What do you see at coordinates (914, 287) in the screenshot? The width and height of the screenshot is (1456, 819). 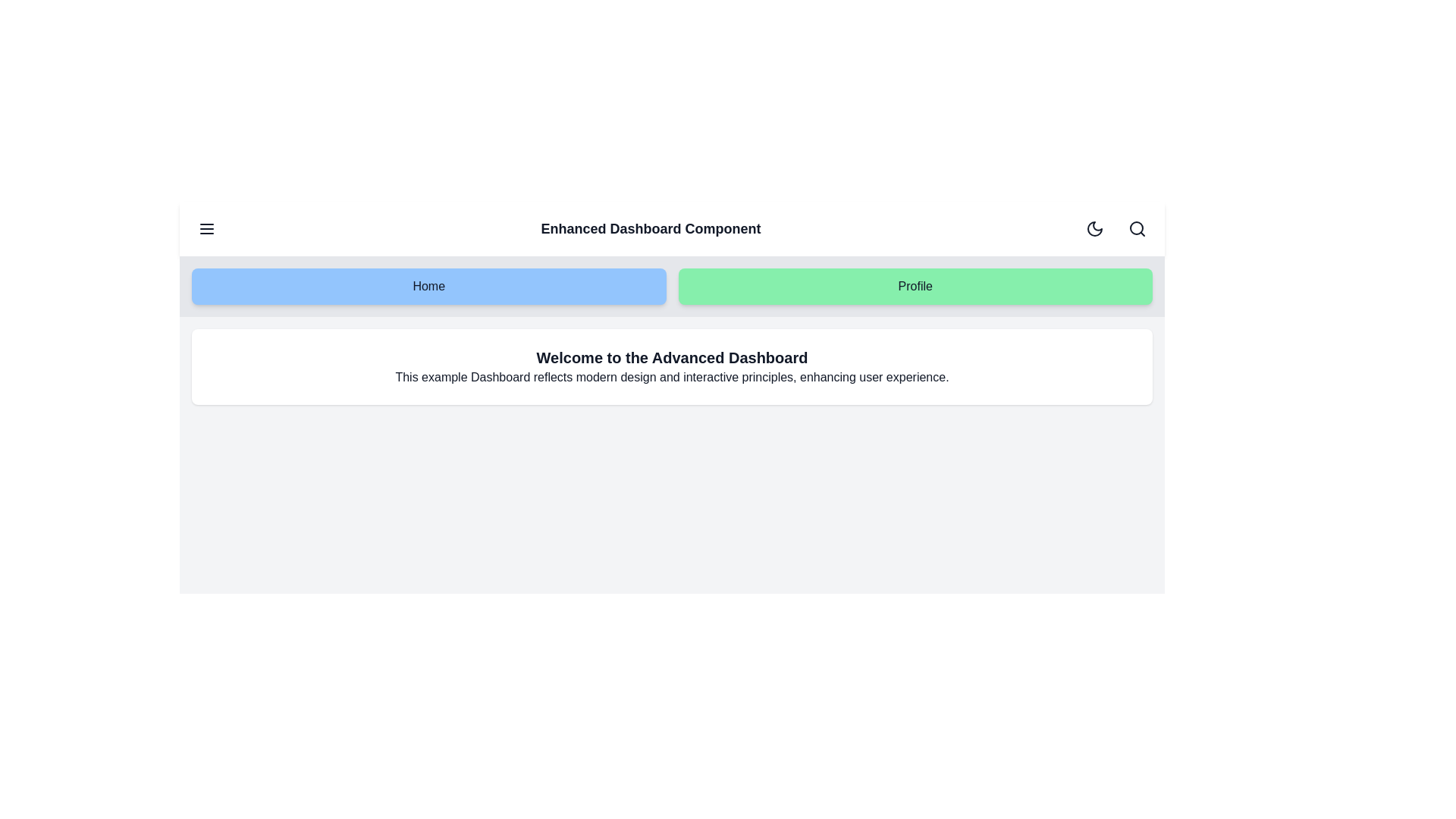 I see `the 'Profile' button to navigate to the 'Profile' section` at bounding box center [914, 287].